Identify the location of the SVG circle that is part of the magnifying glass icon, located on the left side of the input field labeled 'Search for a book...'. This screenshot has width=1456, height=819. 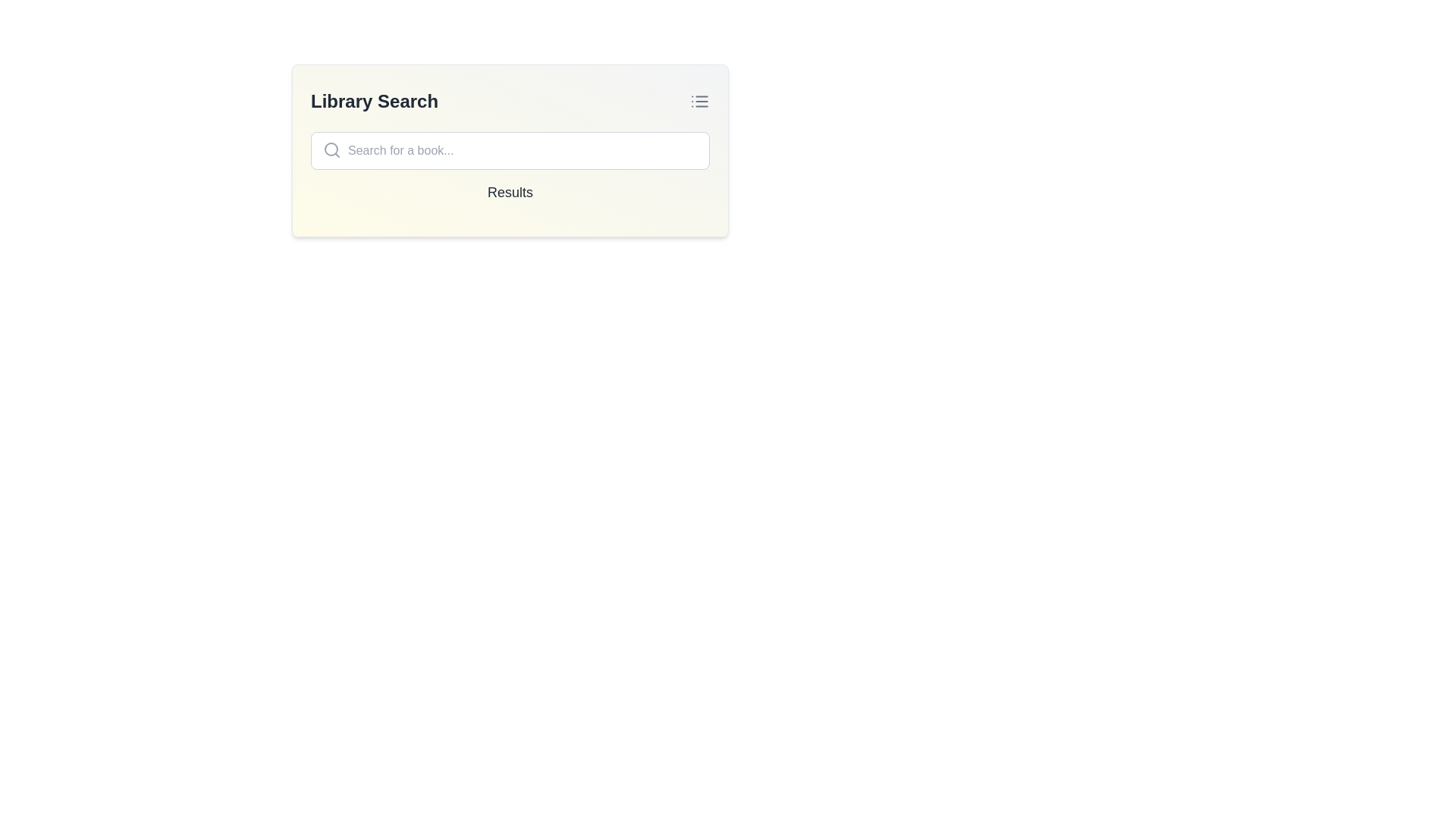
(330, 149).